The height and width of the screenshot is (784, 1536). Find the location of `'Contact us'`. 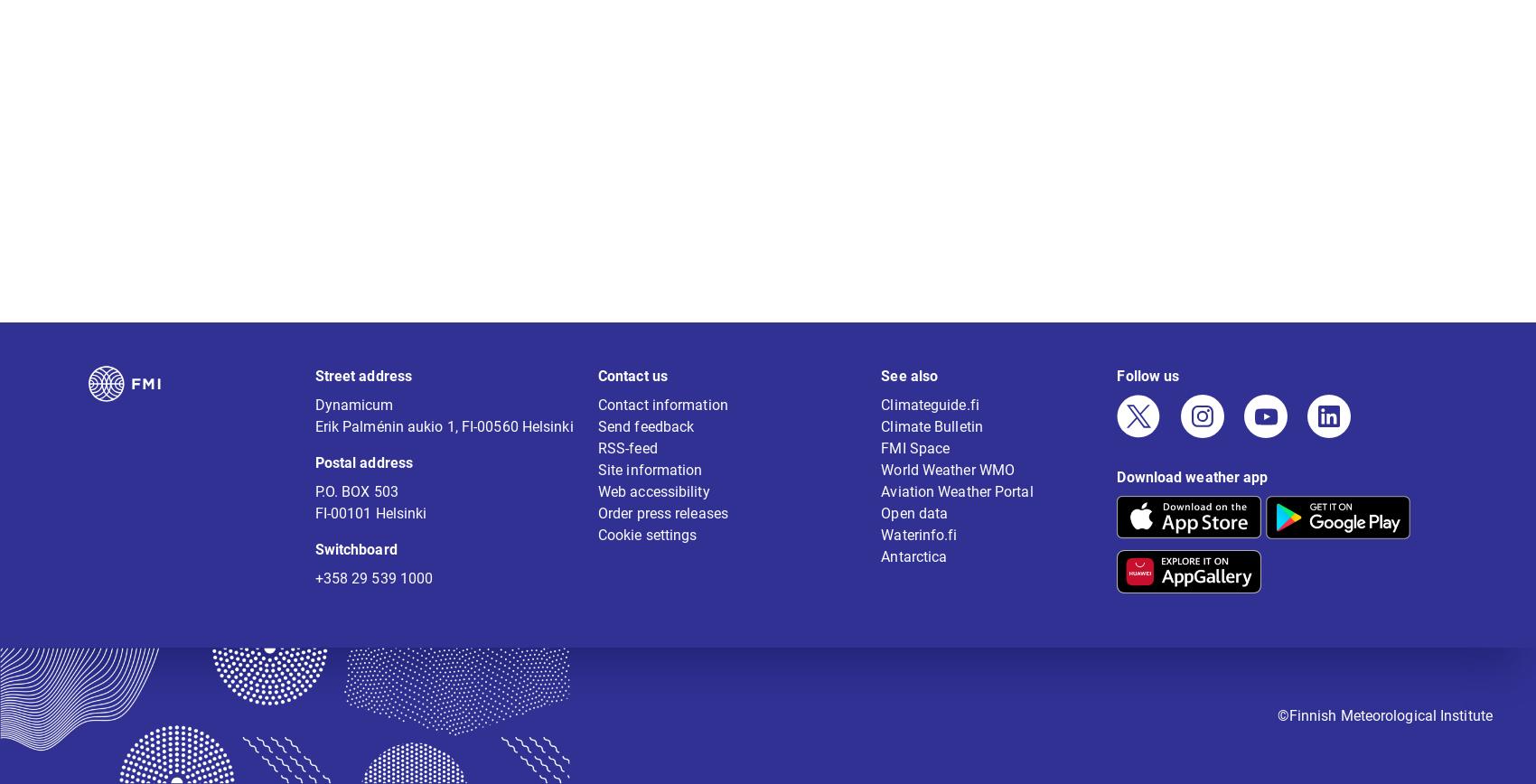

'Contact us' is located at coordinates (632, 387).